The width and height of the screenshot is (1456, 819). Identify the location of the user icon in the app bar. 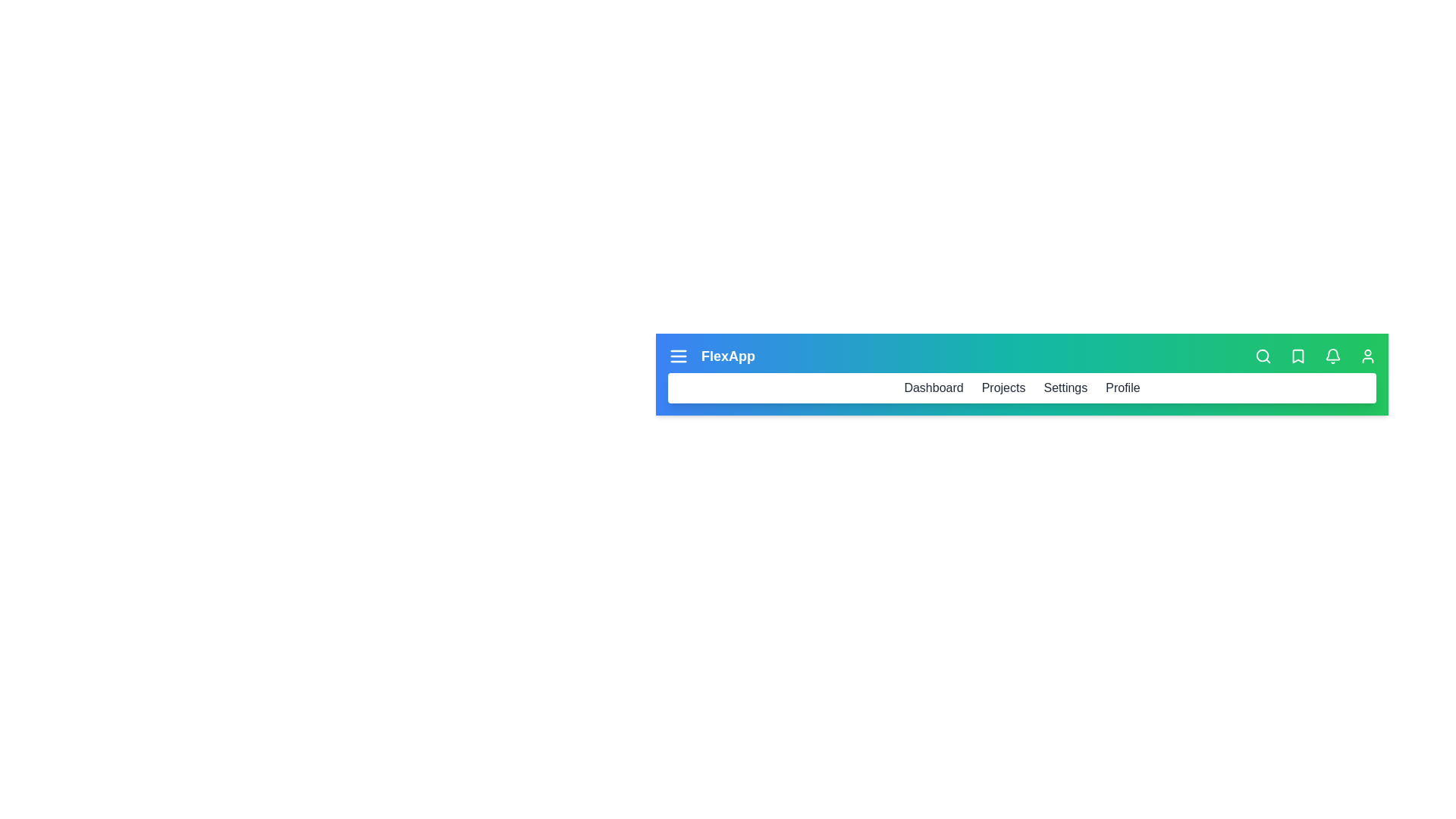
(1368, 356).